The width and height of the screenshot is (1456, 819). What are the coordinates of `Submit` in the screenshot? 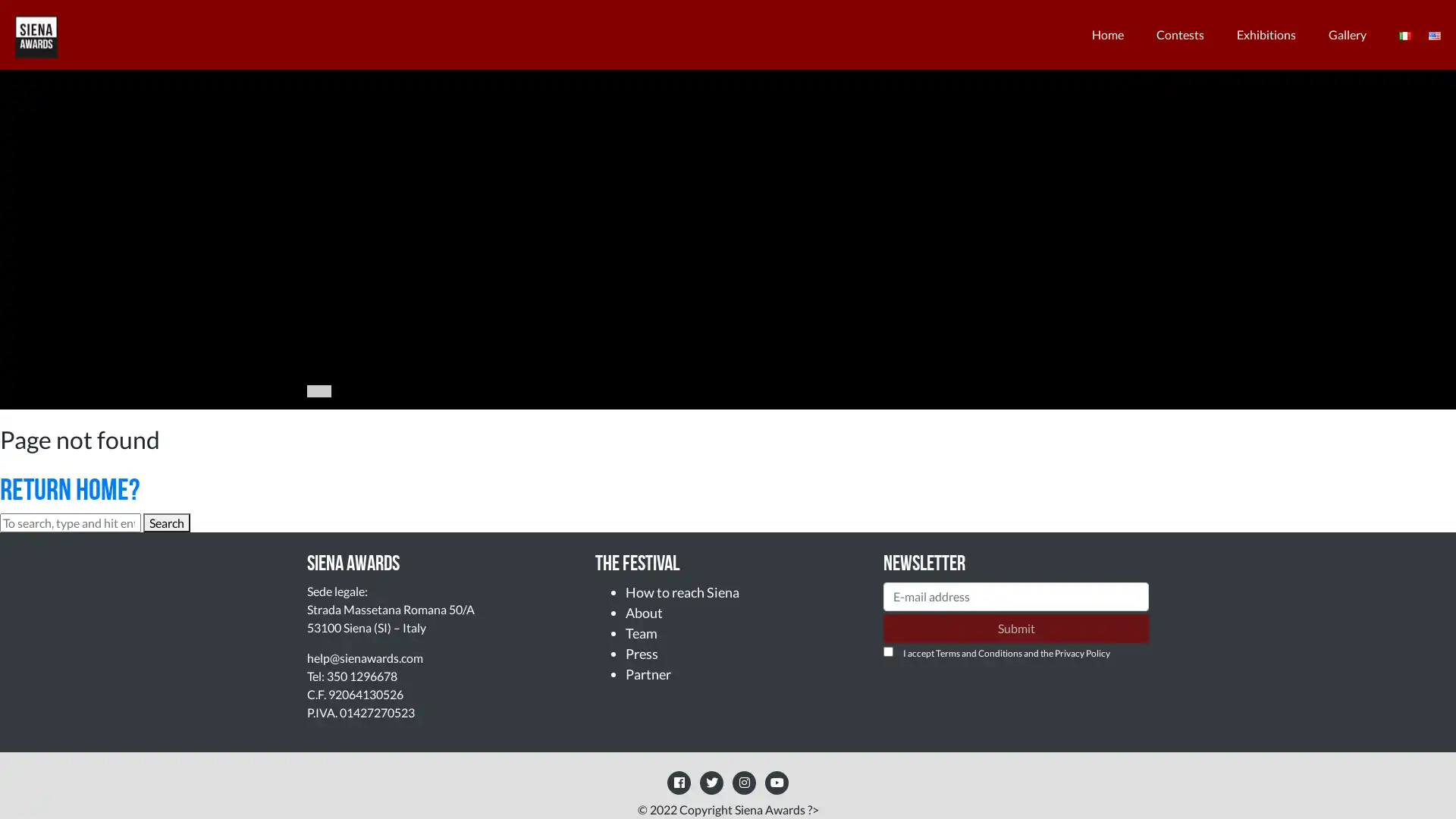 It's located at (1015, 628).